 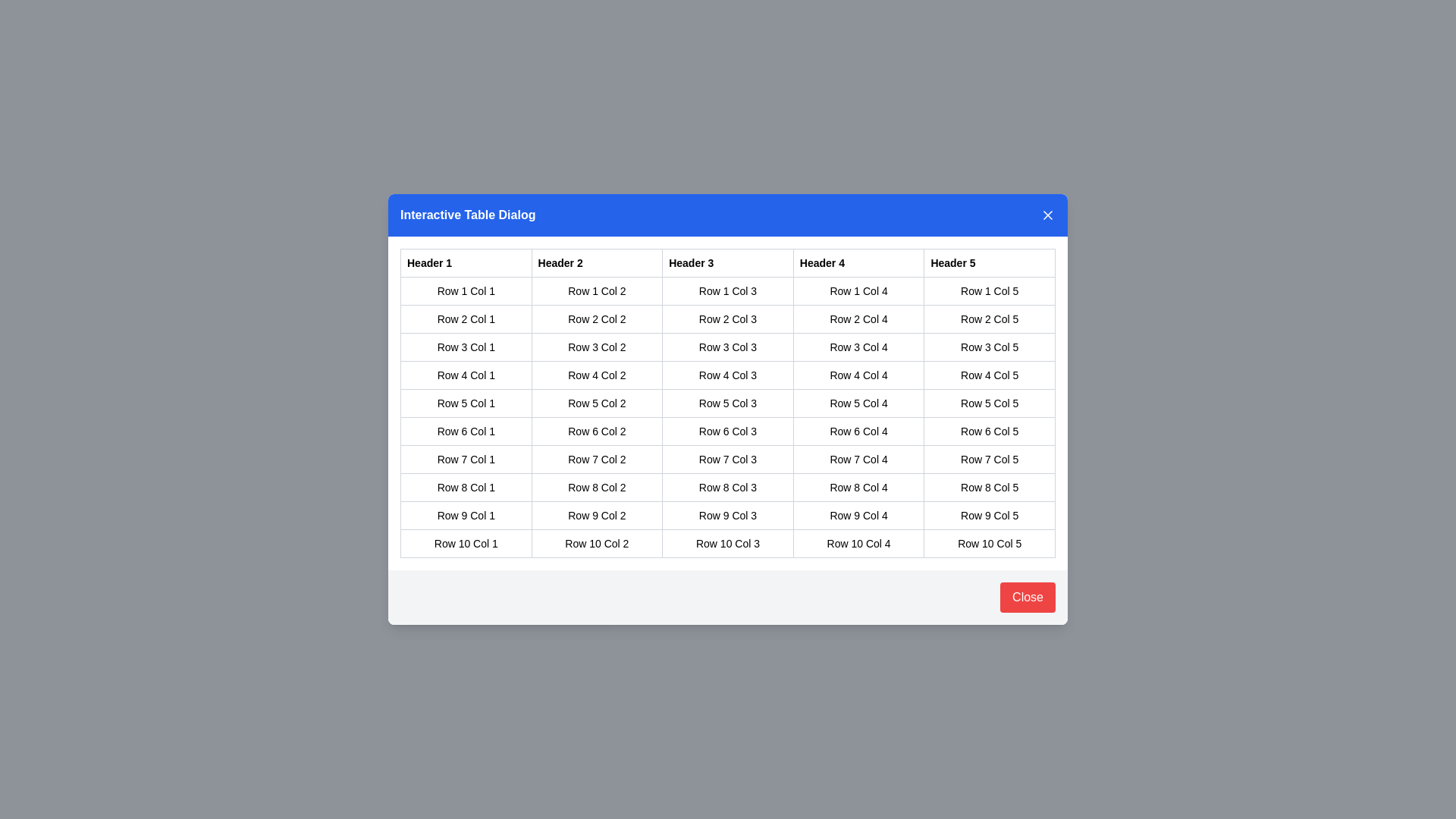 What do you see at coordinates (1028, 596) in the screenshot?
I see `close button in the footer of the dialog` at bounding box center [1028, 596].